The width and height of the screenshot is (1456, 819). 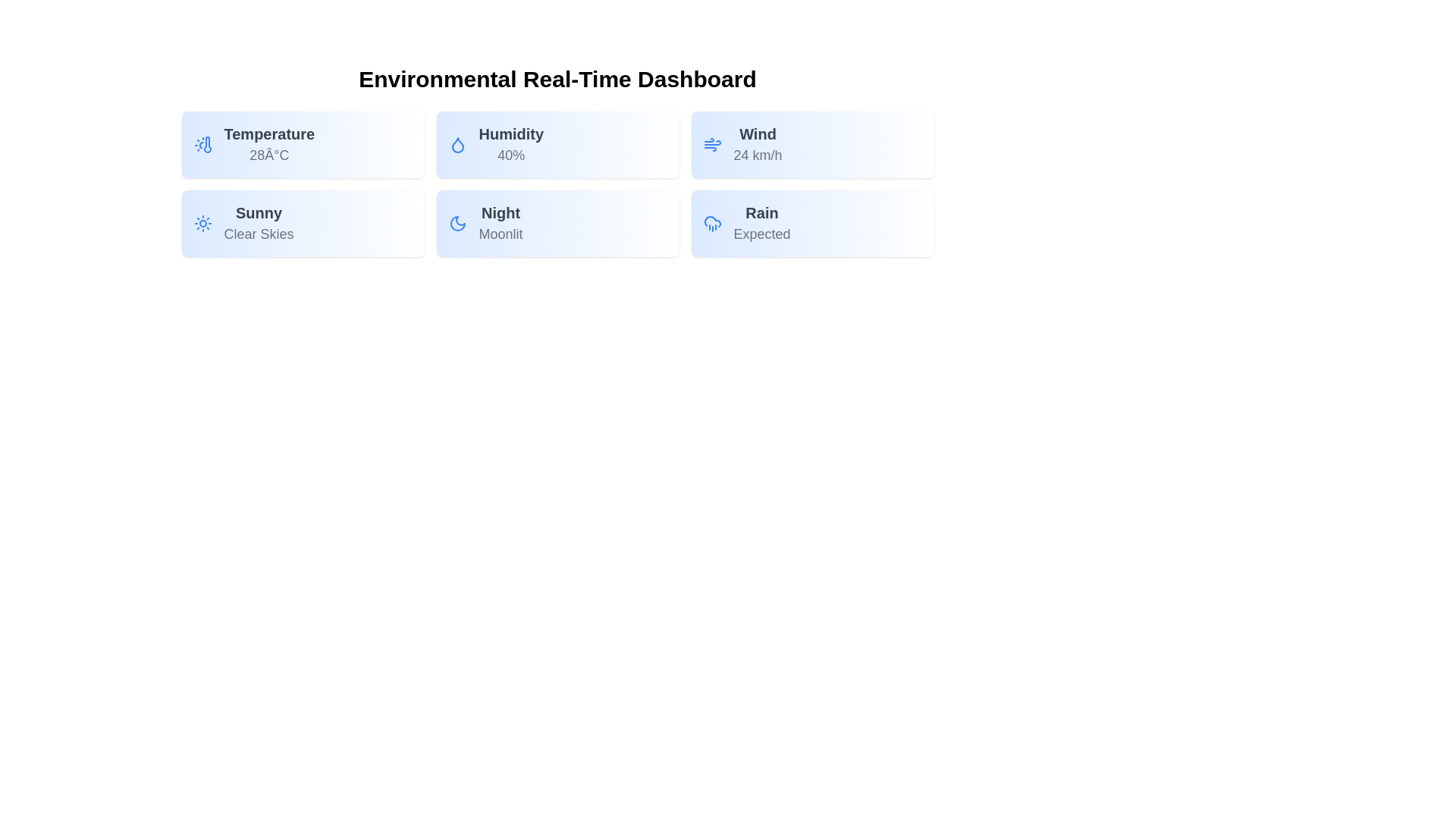 What do you see at coordinates (511, 145) in the screenshot?
I see `the Text-based informational label displaying the current humidity level information, located in the grid layout of cards, positioned between the 'Temperature' and 'Wind' cards` at bounding box center [511, 145].